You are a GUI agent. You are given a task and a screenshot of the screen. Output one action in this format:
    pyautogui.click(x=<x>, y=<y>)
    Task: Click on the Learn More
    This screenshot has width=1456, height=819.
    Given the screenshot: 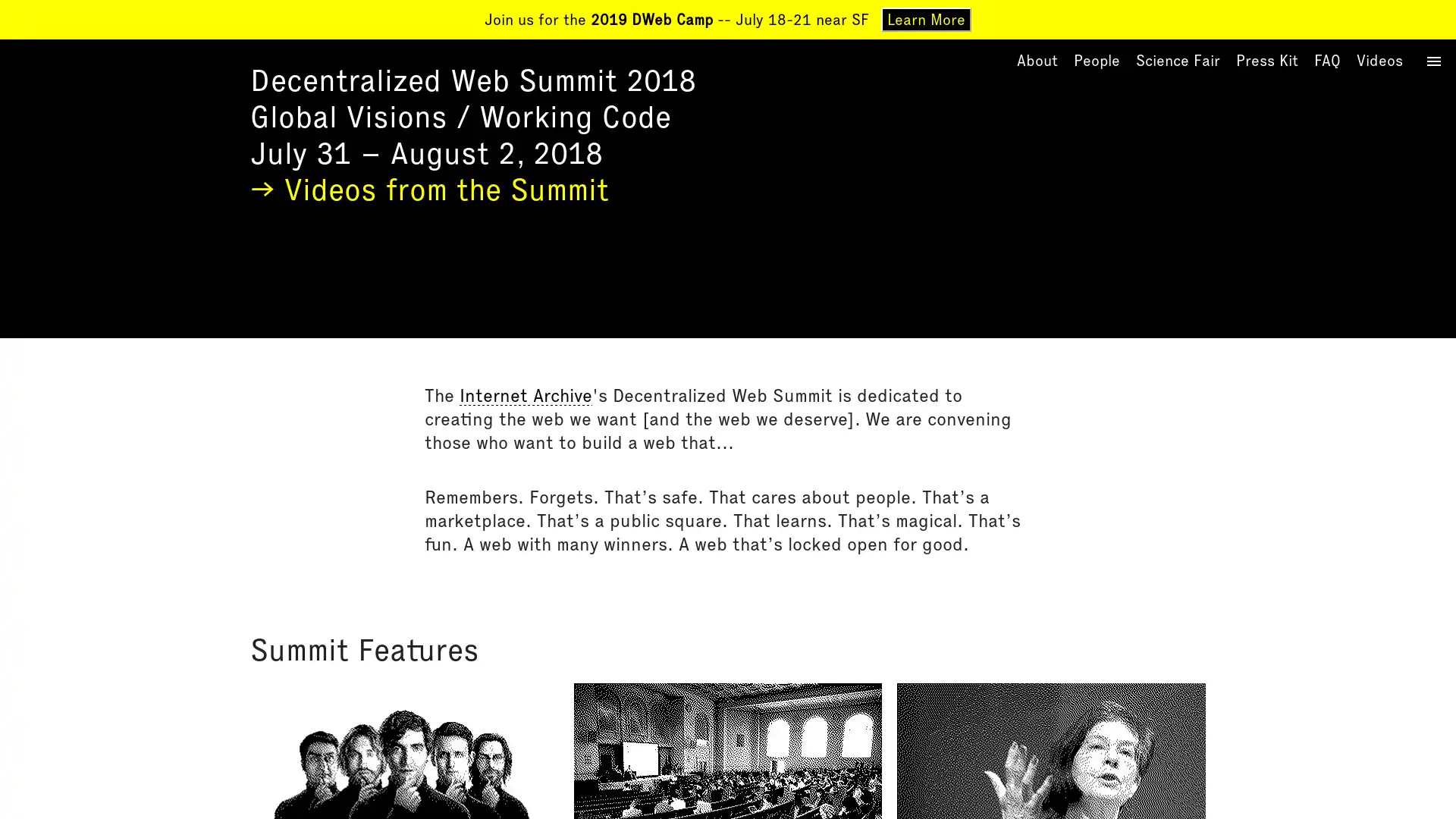 What is the action you would take?
    pyautogui.click(x=925, y=20)
    